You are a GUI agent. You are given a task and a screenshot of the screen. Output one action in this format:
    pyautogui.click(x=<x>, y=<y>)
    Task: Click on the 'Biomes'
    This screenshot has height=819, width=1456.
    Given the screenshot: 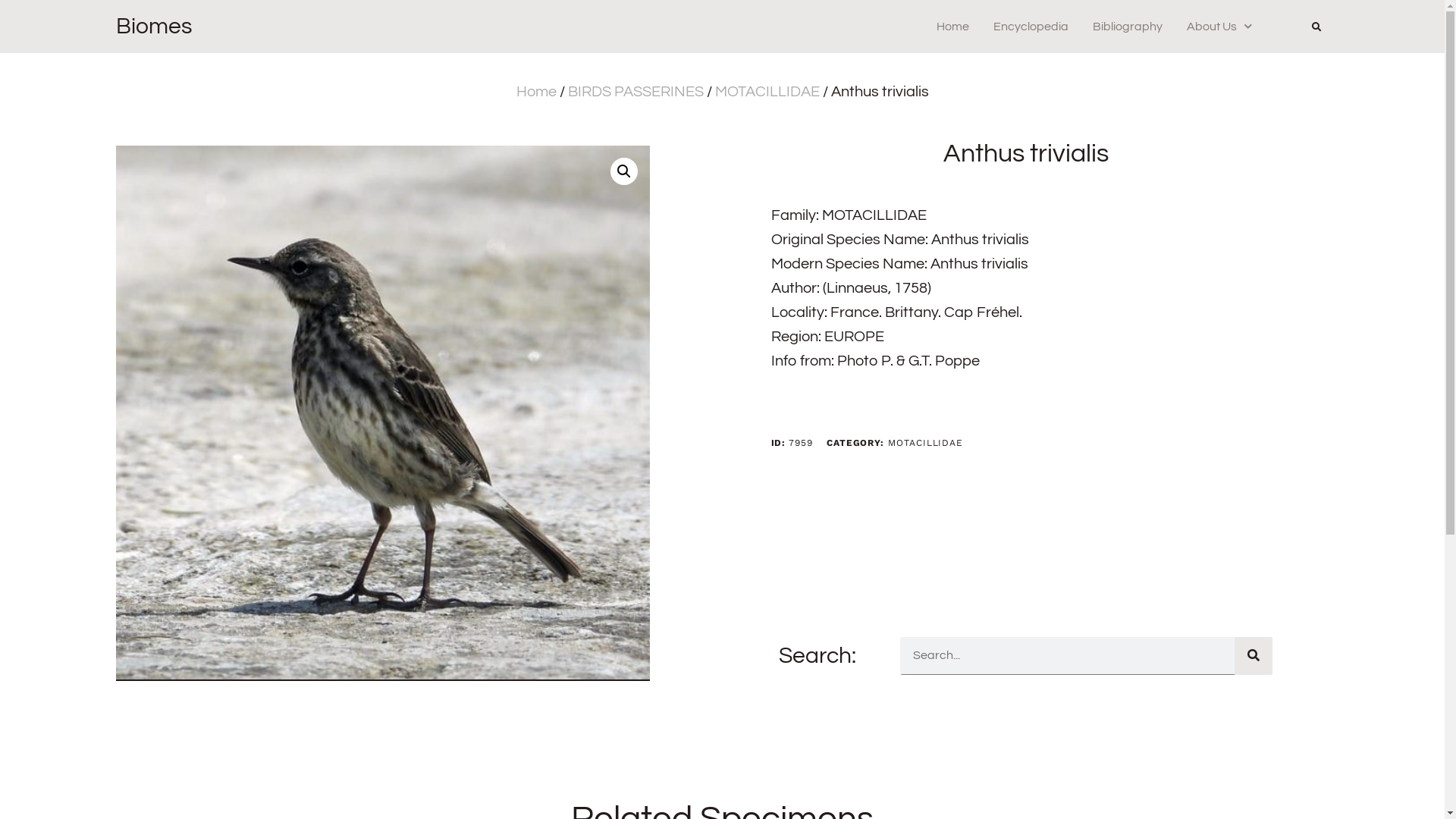 What is the action you would take?
    pyautogui.click(x=152, y=26)
    